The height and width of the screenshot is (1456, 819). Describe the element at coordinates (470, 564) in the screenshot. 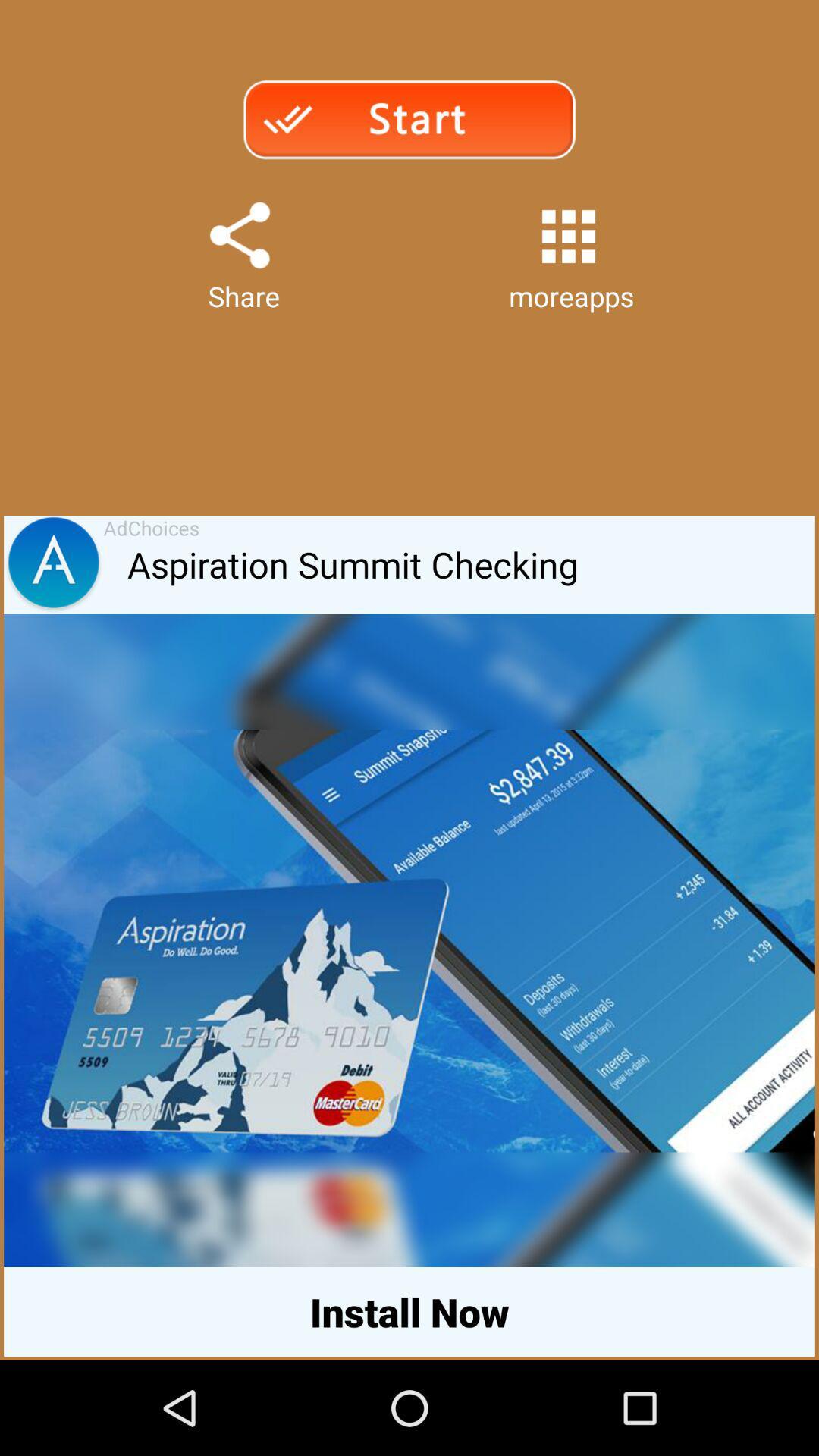

I see `the aspiration summit checking icon` at that location.